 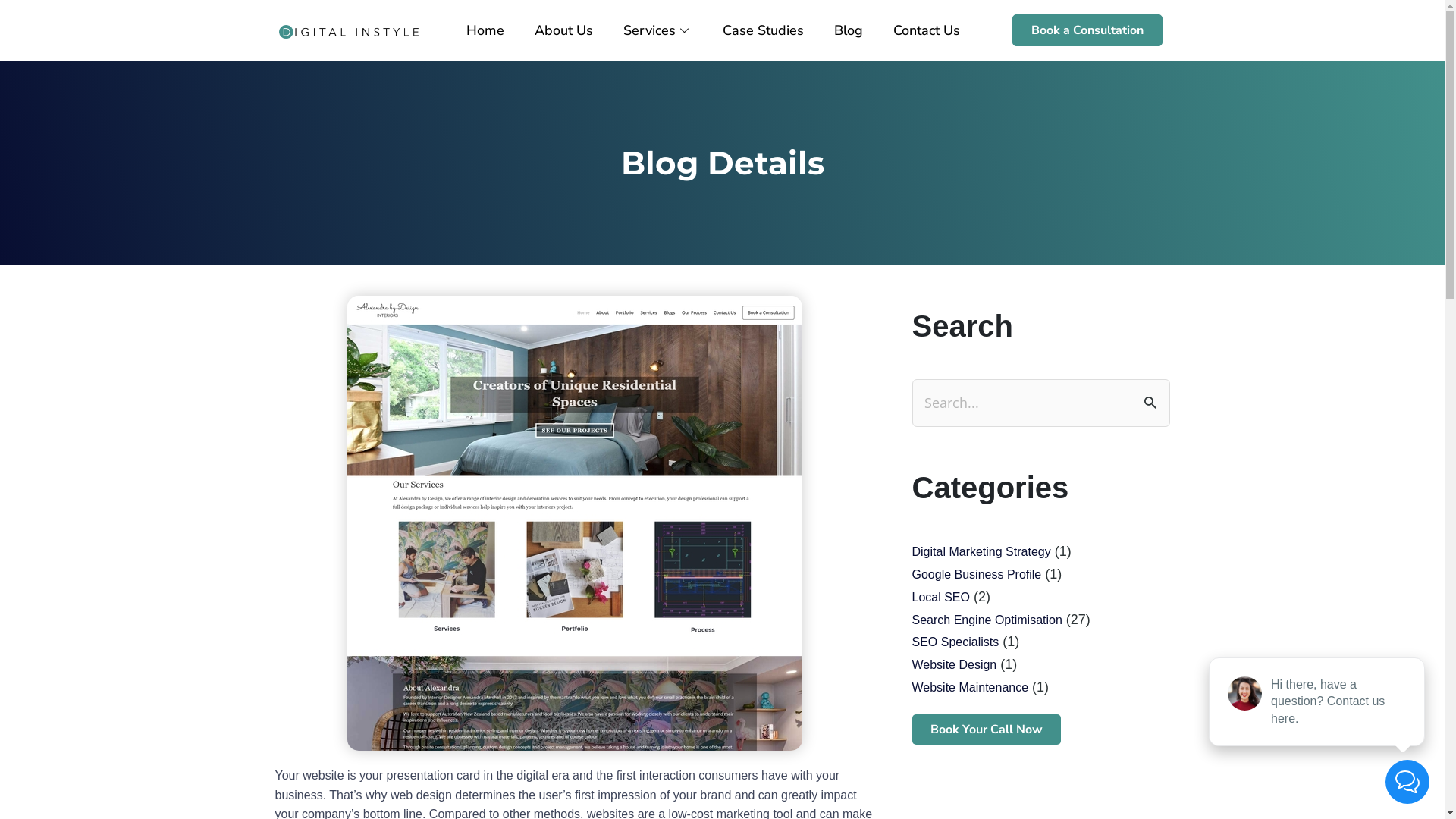 I want to click on 'Case Studies', so click(x=763, y=30).